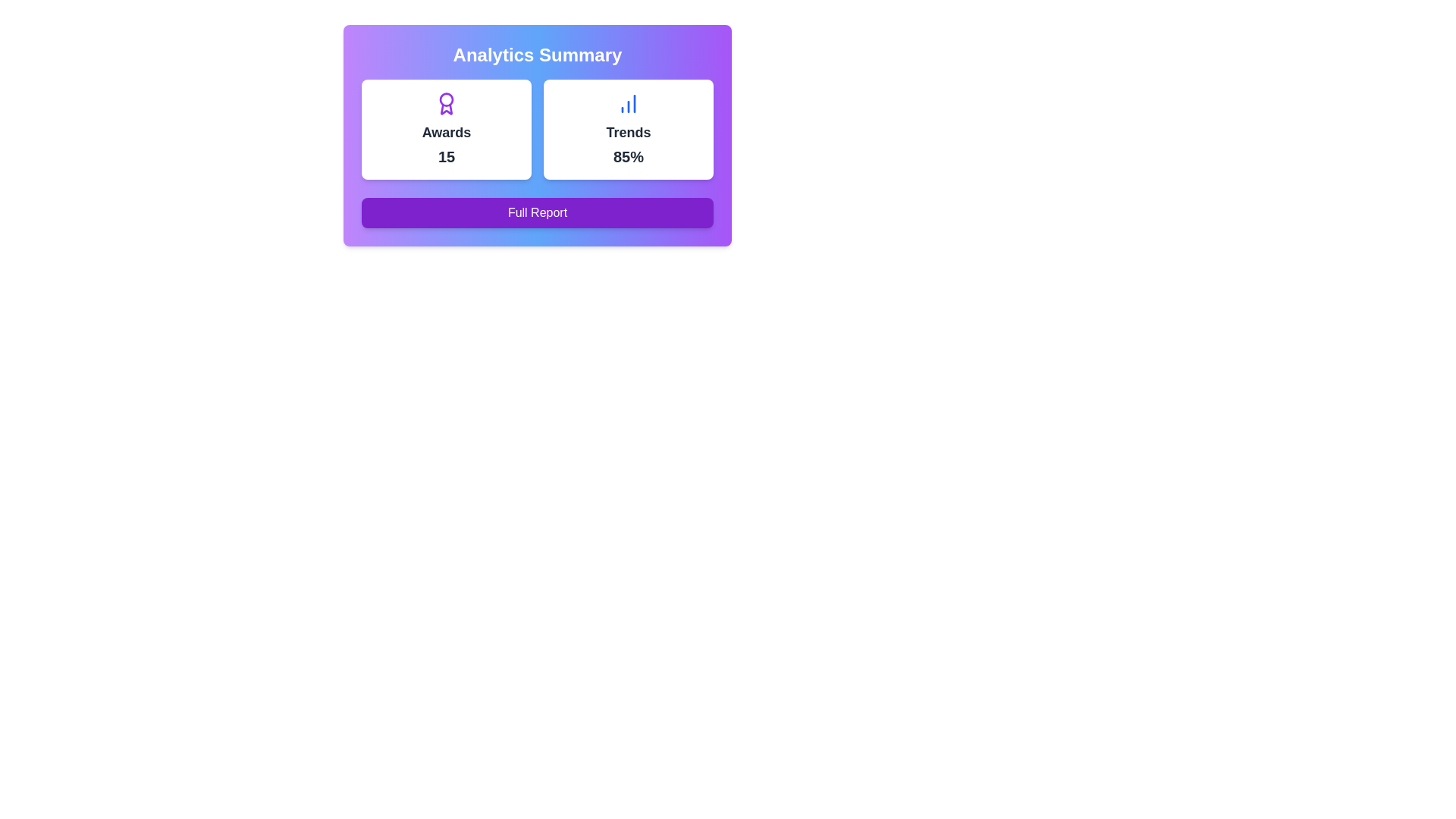  What do you see at coordinates (629, 103) in the screenshot?
I see `the column chart icon representing data trends, located in the 'Trends' box above the '85%' text within the 'Analytics Summary' card` at bounding box center [629, 103].